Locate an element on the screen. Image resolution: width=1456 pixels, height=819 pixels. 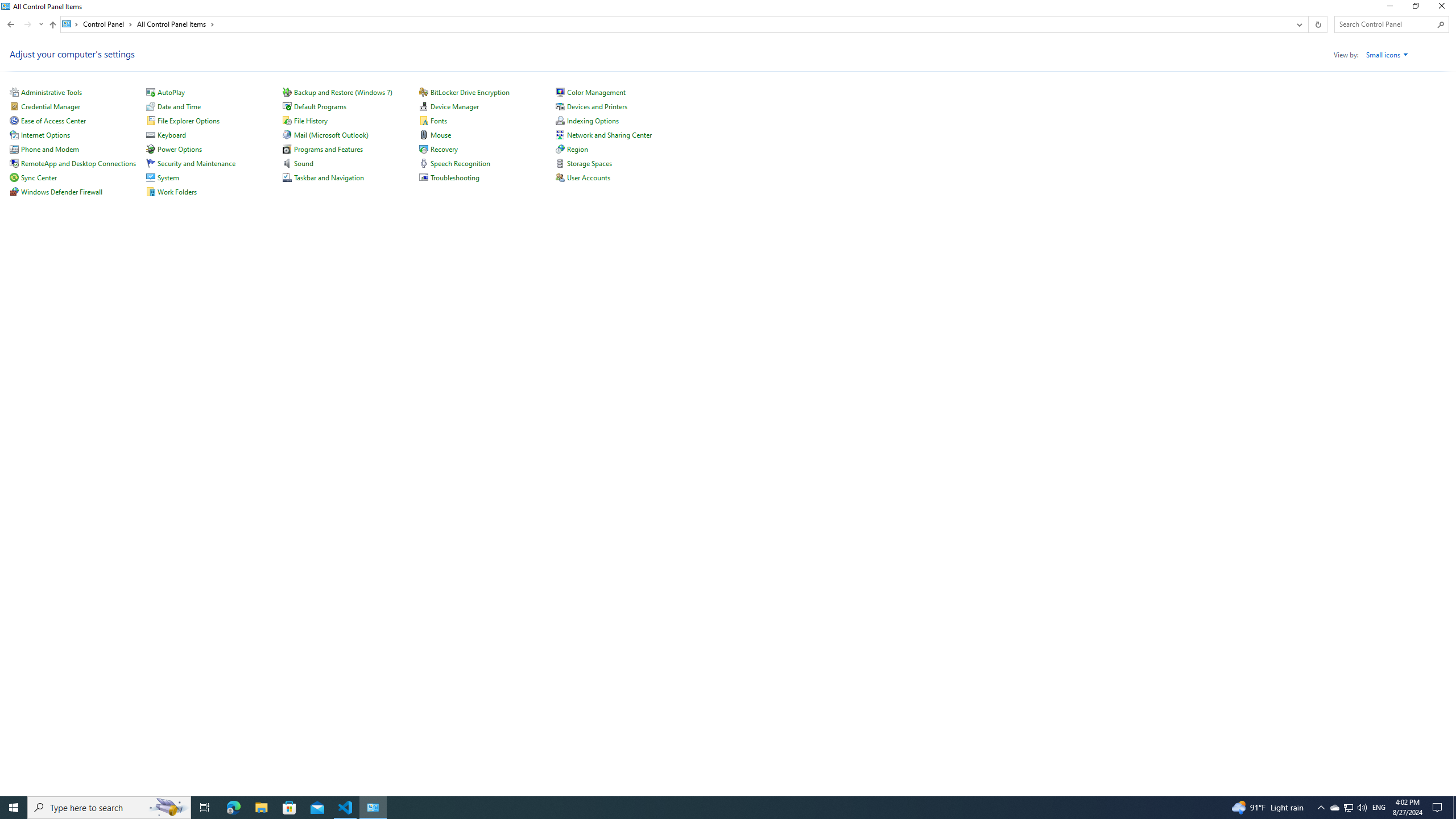
'Back to Control Panel (Alt + Left Arrow)' is located at coordinates (11, 24).